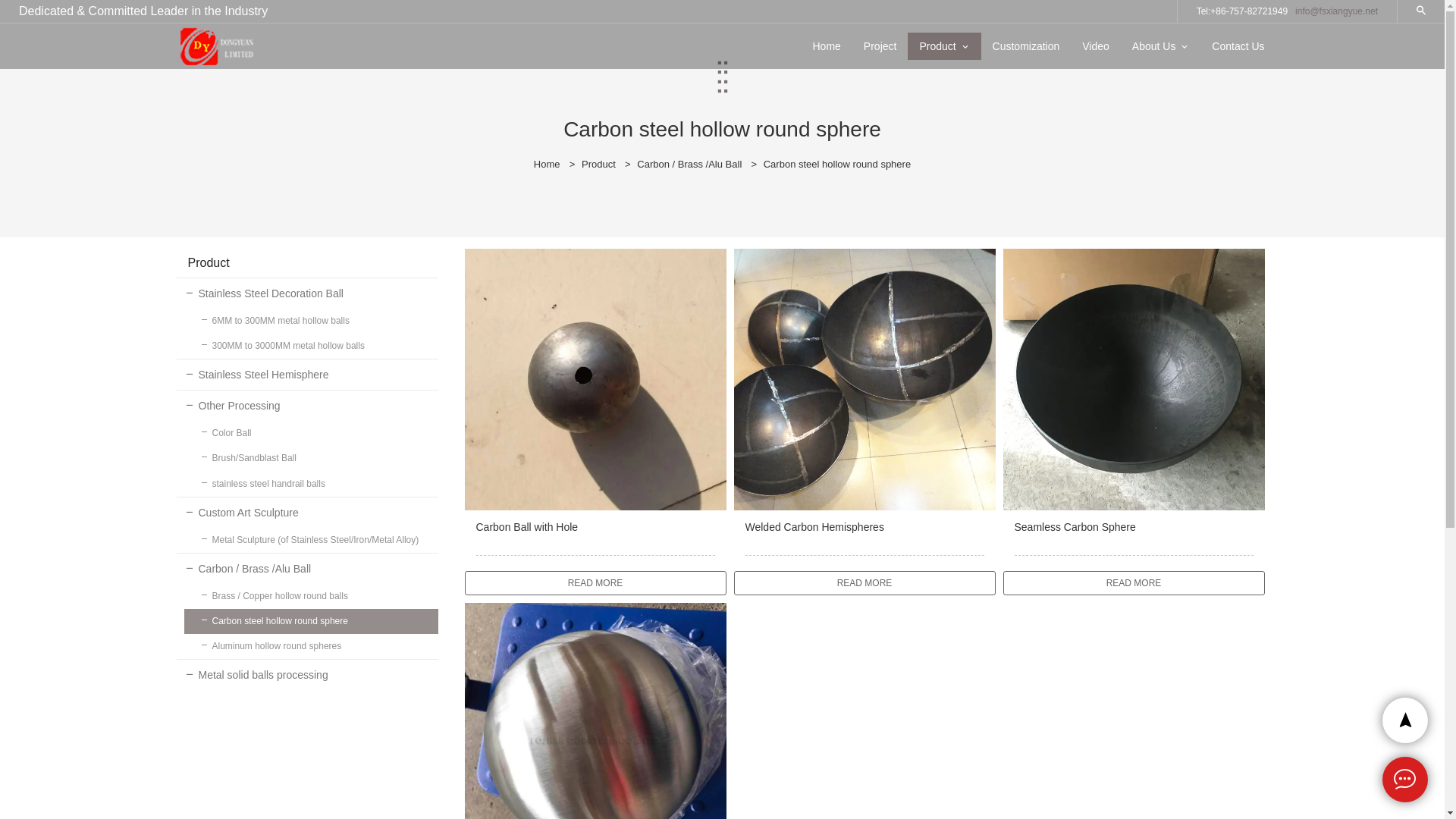  Describe the element at coordinates (306, 512) in the screenshot. I see `'Custom Art Sculpture'` at that location.